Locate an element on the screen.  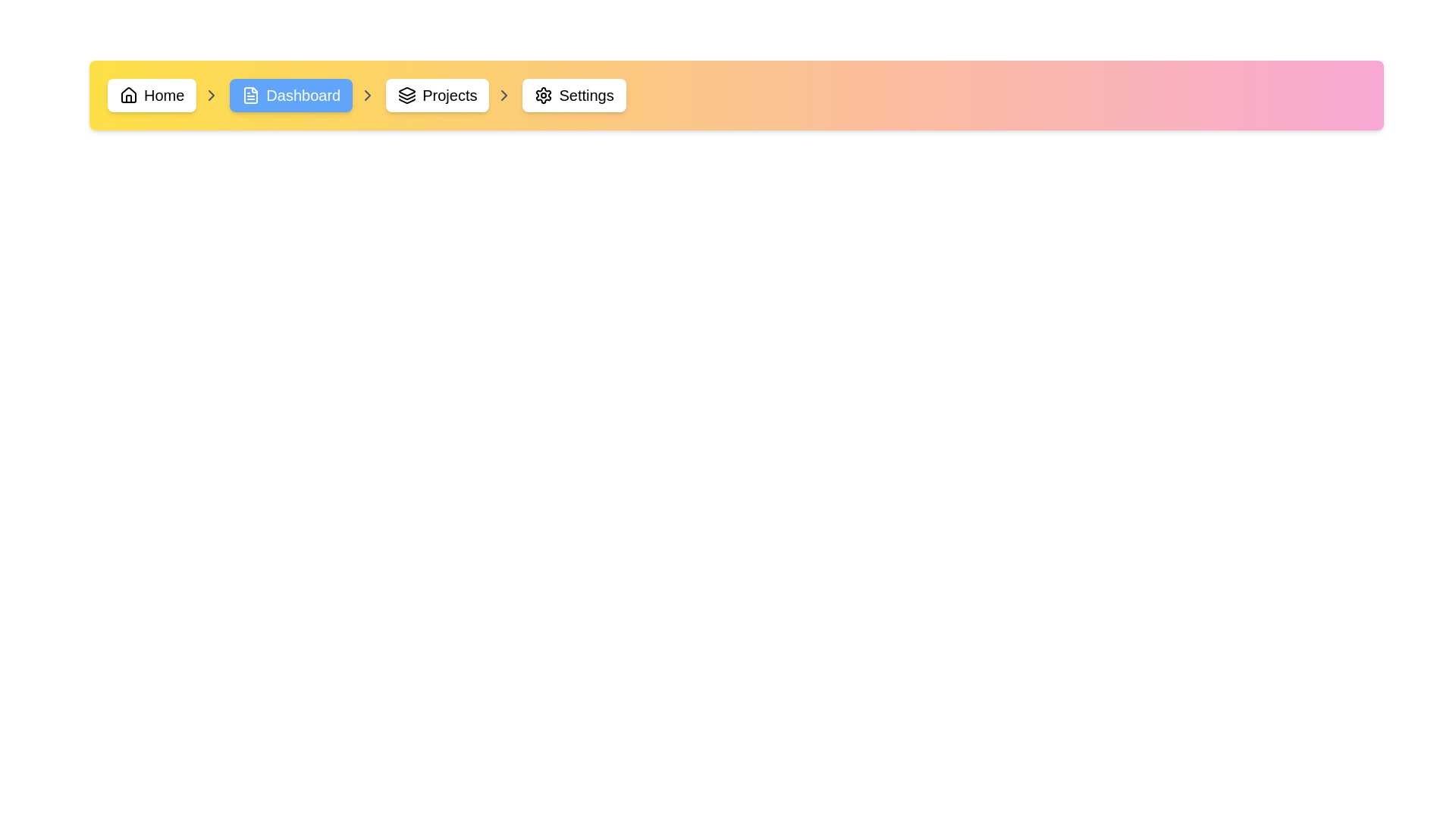
the breadcrumb text label that navigates to the dashboard section of the application is located at coordinates (303, 96).